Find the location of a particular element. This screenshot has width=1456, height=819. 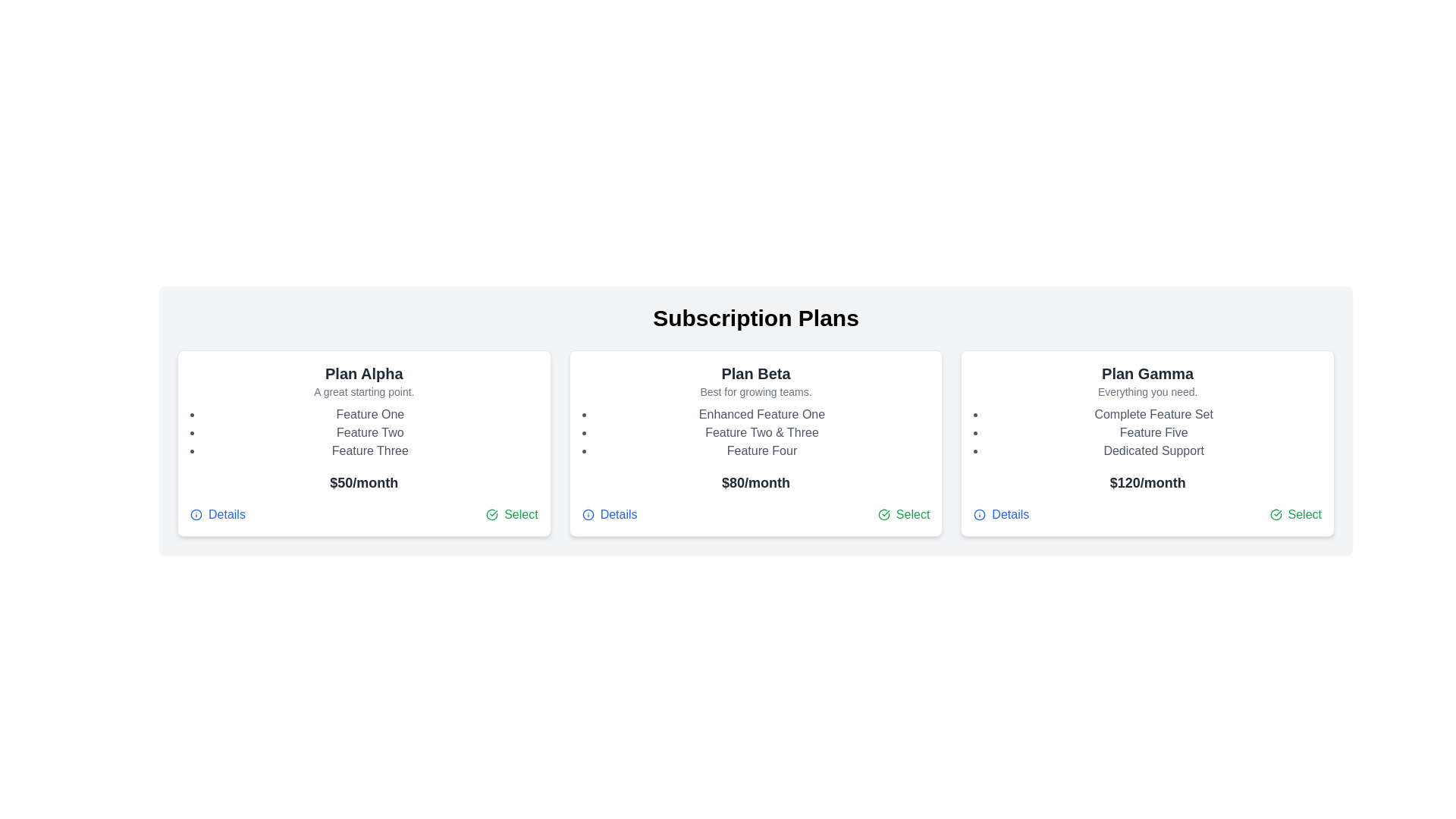

the third content block of the bulleted list in the card labeled 'Plan Beta' located below the subtitle 'Best for growing teams.' is located at coordinates (761, 432).